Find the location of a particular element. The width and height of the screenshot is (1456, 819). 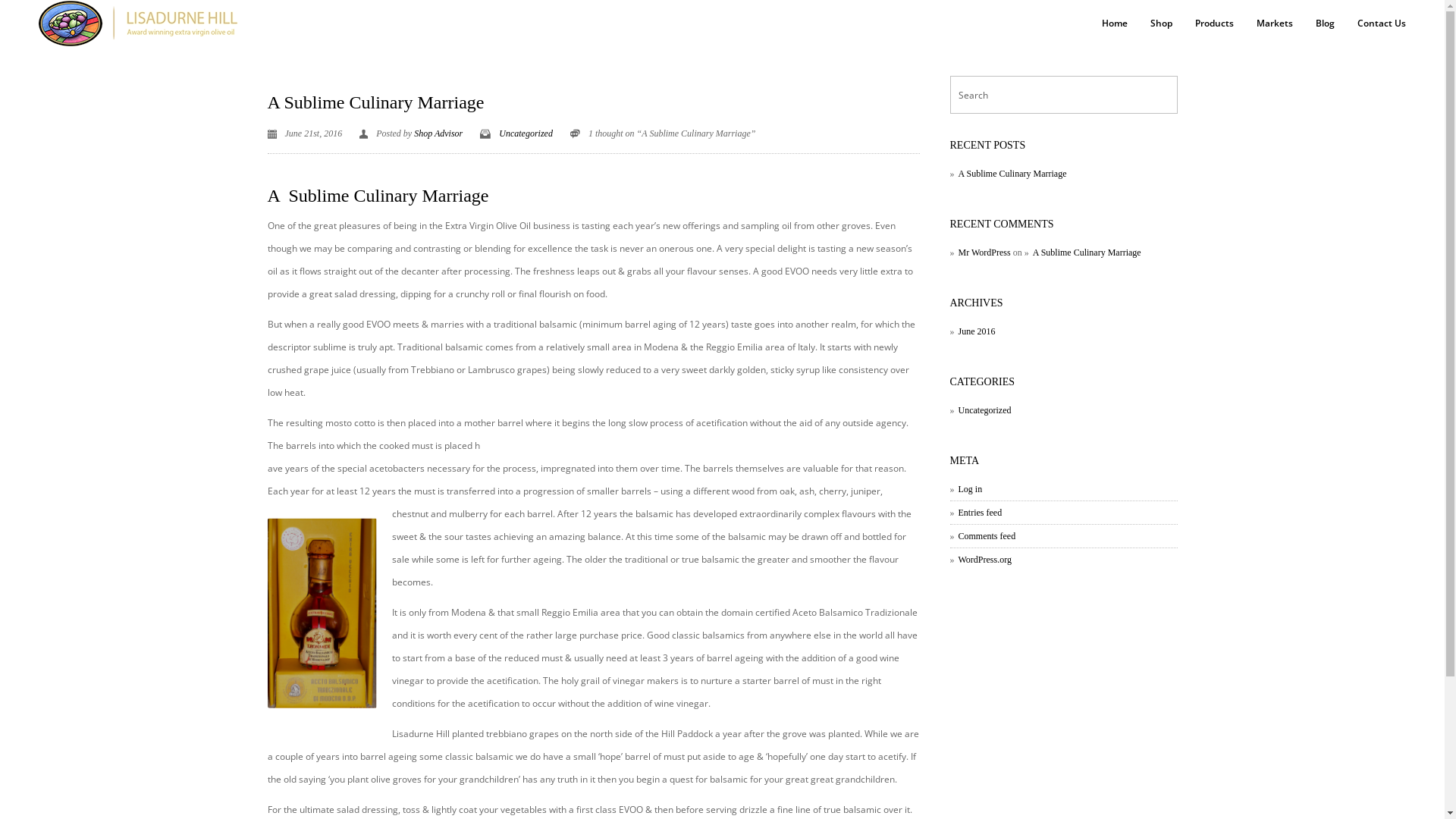

'Mr WordPress' is located at coordinates (979, 251).